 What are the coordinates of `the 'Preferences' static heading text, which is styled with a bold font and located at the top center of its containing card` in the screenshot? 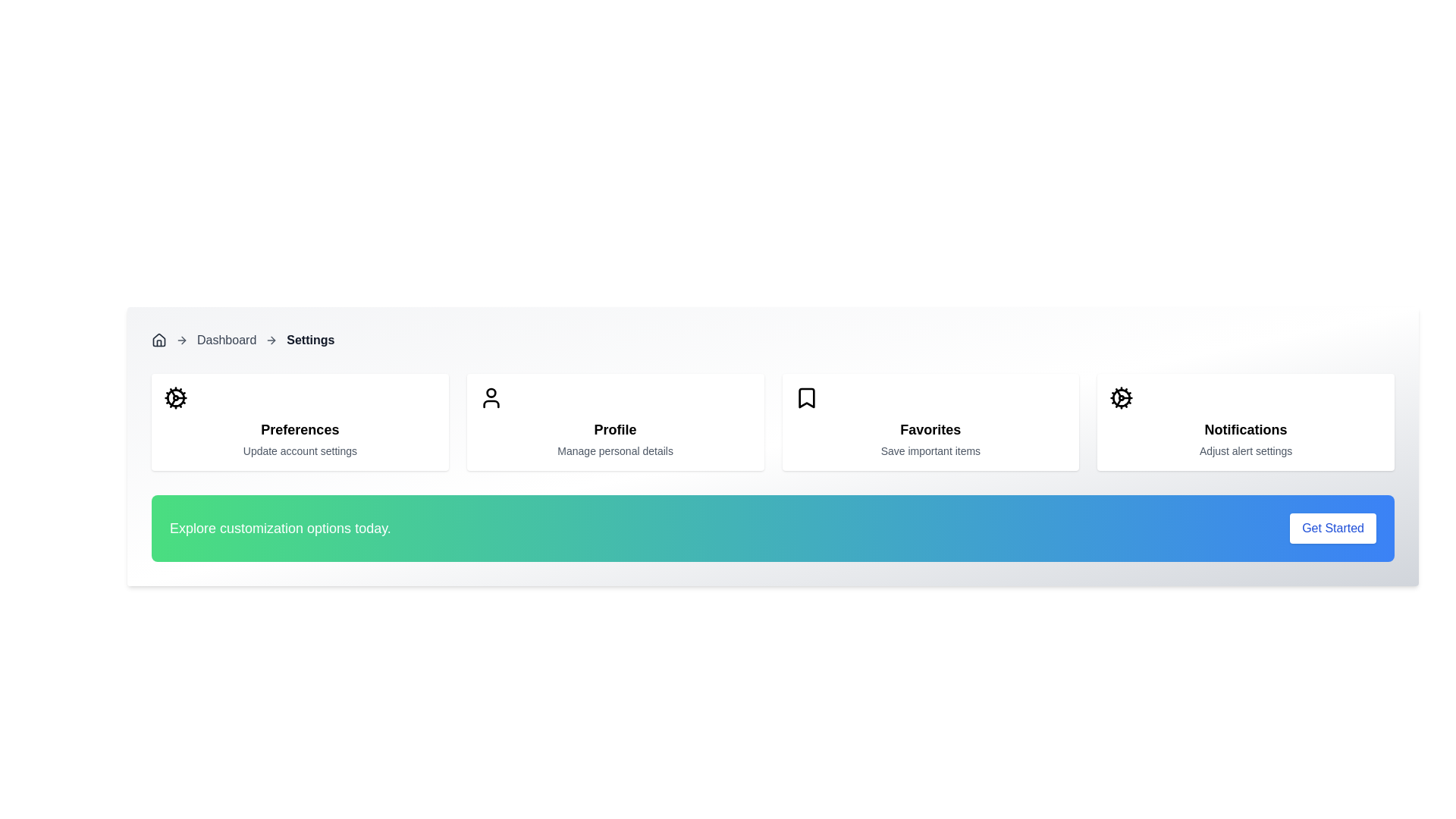 It's located at (300, 430).